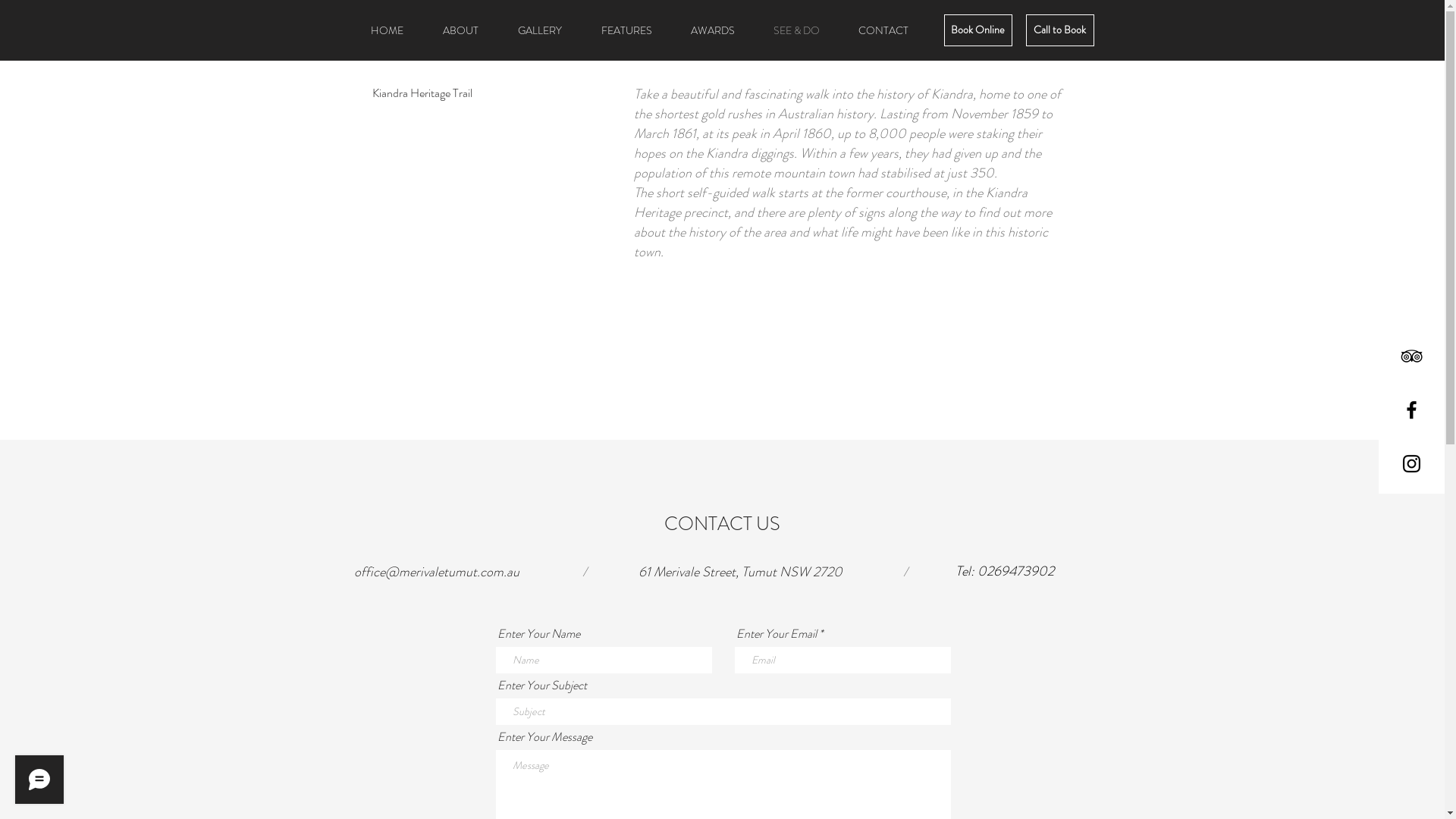  Describe the element at coordinates (883, 30) in the screenshot. I see `'CONTACT'` at that location.